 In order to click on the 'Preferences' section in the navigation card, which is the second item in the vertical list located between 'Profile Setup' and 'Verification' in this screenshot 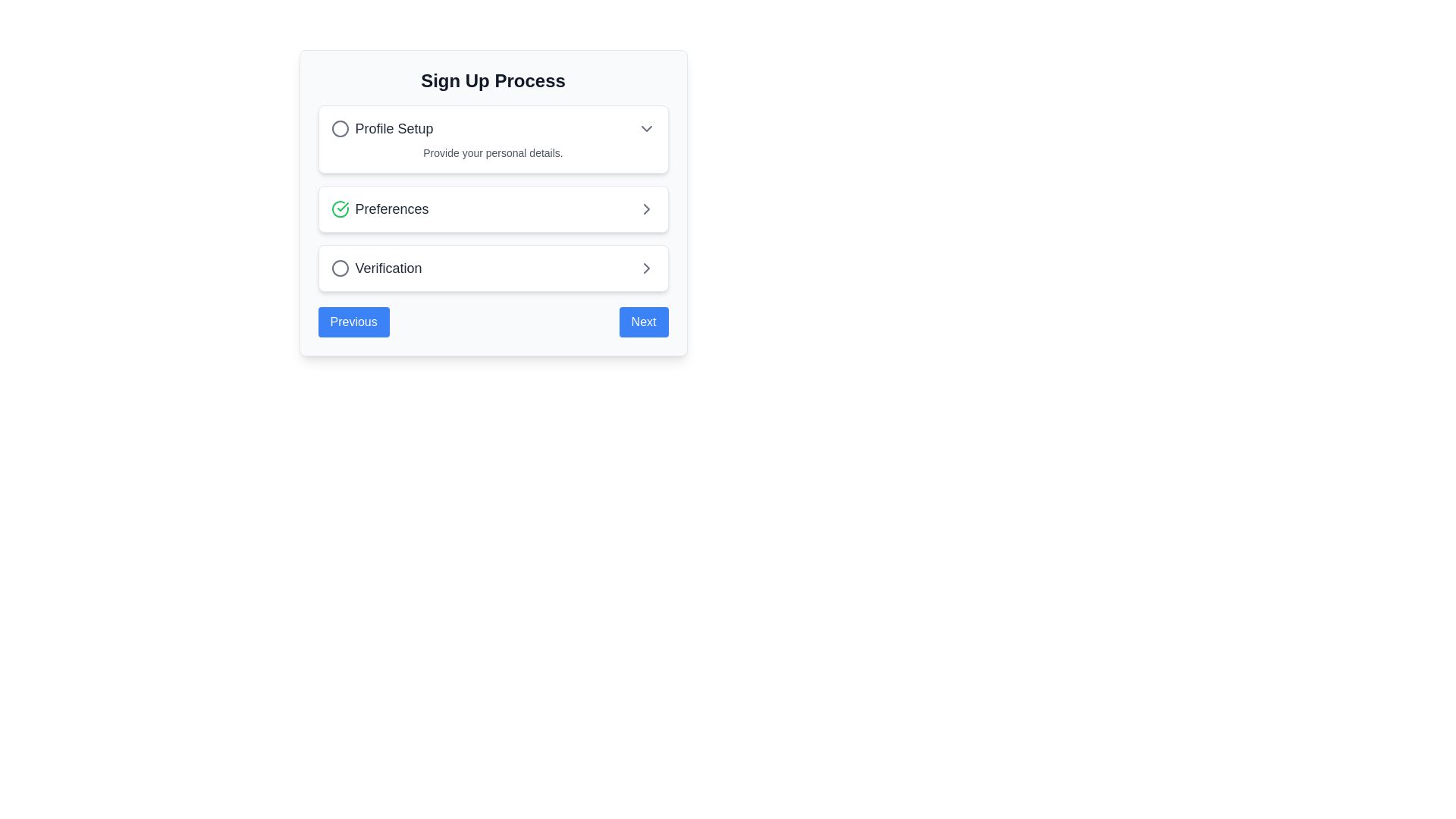, I will do `click(493, 209)`.